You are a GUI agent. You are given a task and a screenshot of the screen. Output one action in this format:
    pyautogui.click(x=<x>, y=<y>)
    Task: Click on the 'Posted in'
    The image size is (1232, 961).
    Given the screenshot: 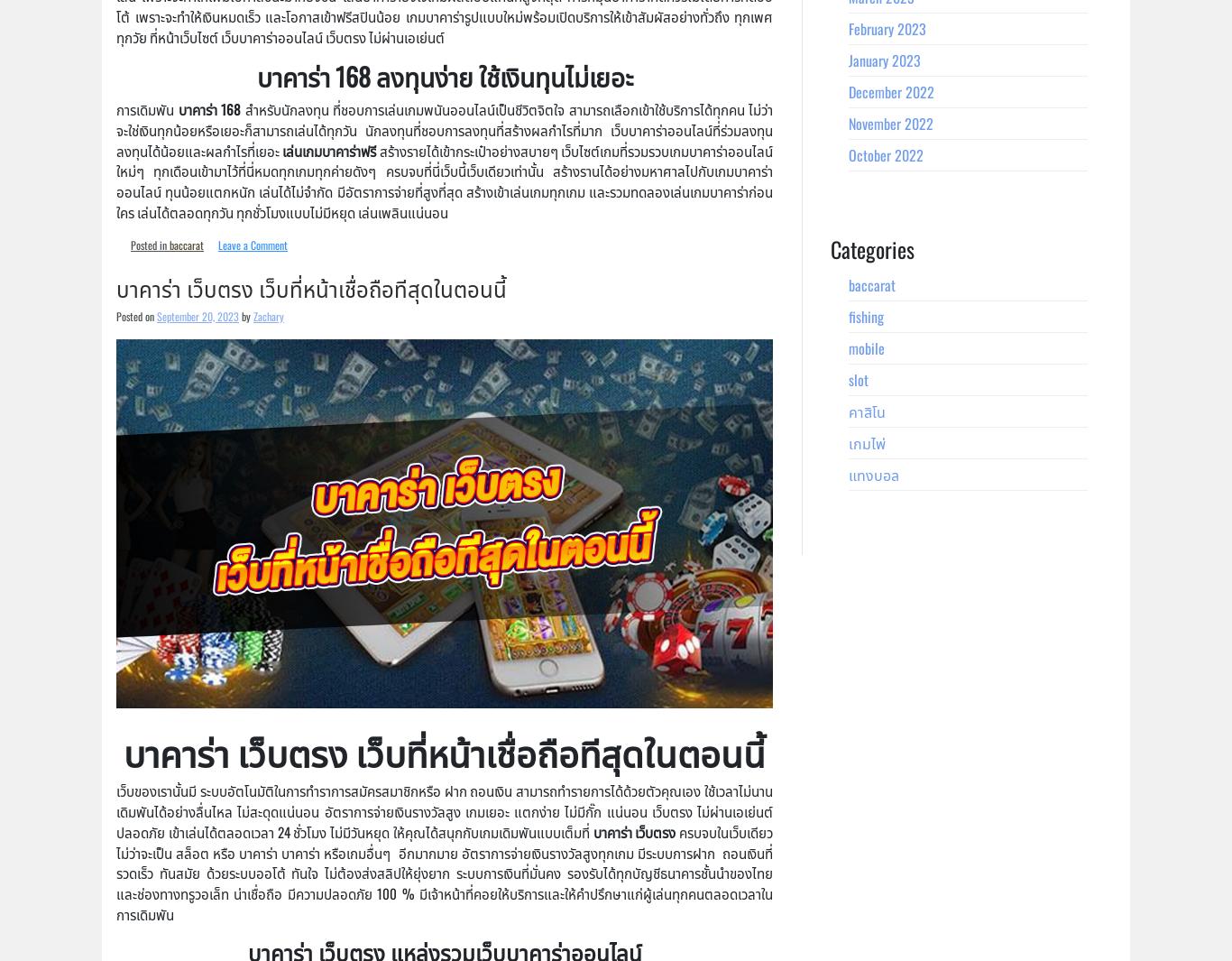 What is the action you would take?
    pyautogui.click(x=149, y=243)
    